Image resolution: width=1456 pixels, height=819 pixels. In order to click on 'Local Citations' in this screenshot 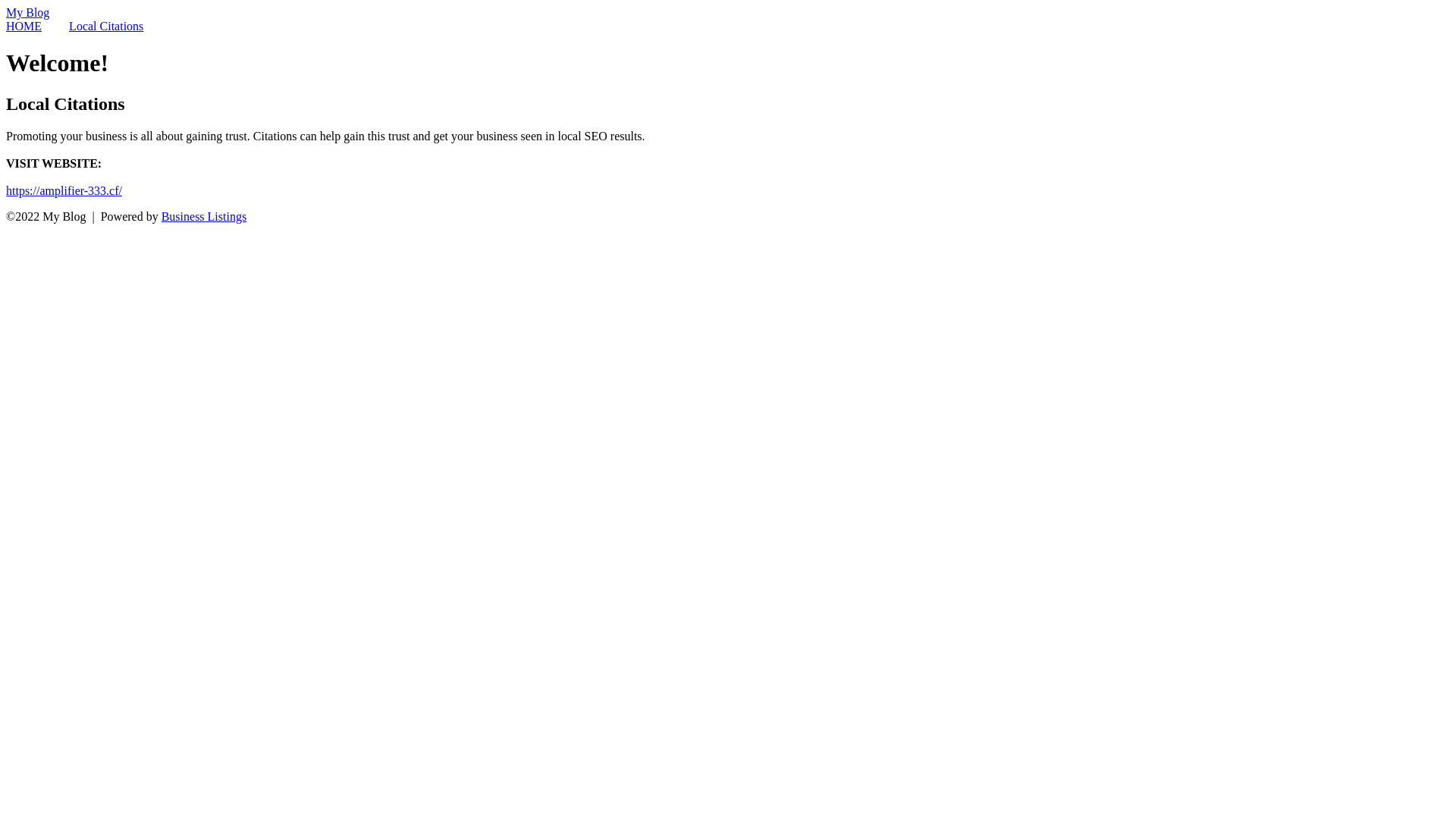, I will do `click(105, 26)`.